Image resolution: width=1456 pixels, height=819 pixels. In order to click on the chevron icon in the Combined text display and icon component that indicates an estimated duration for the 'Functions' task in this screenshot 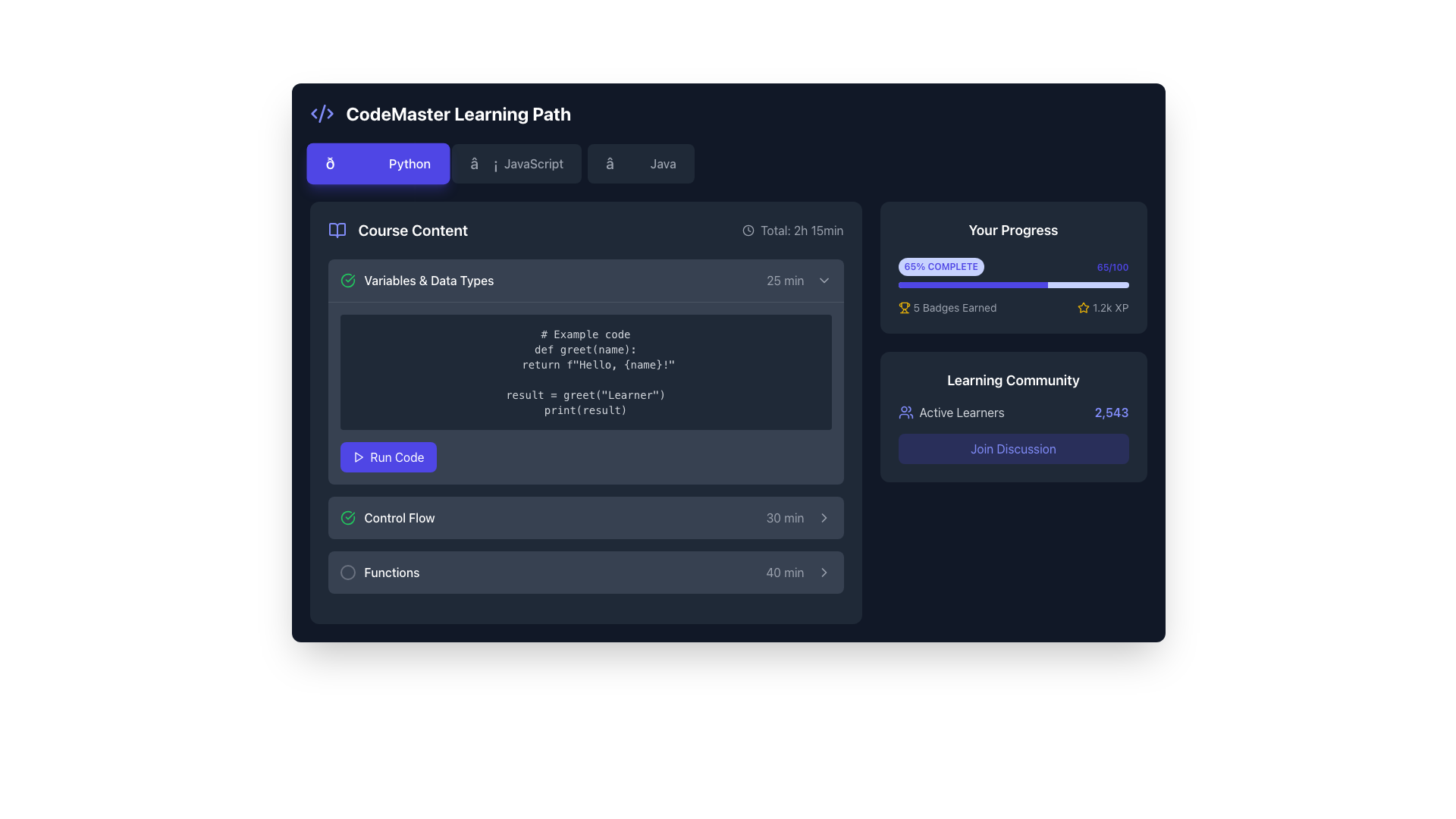, I will do `click(798, 573)`.